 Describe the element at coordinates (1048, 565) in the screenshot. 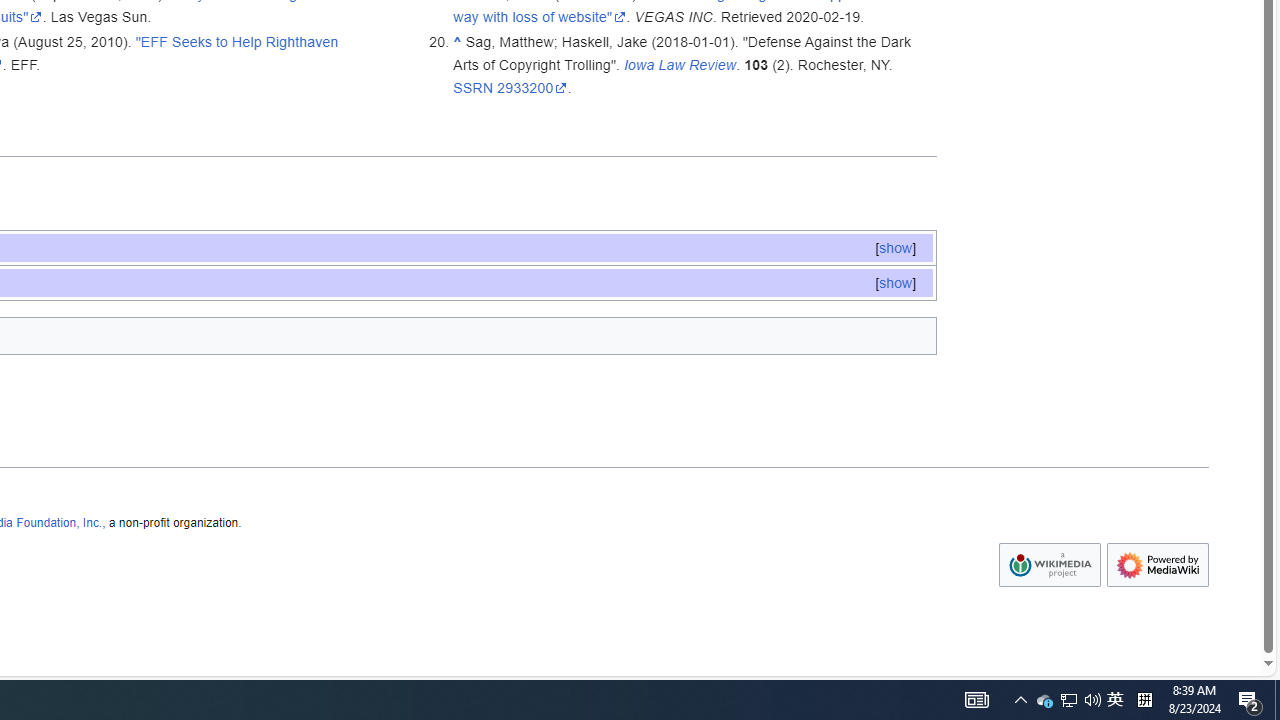

I see `'AutomationID: footer-copyrightico'` at that location.